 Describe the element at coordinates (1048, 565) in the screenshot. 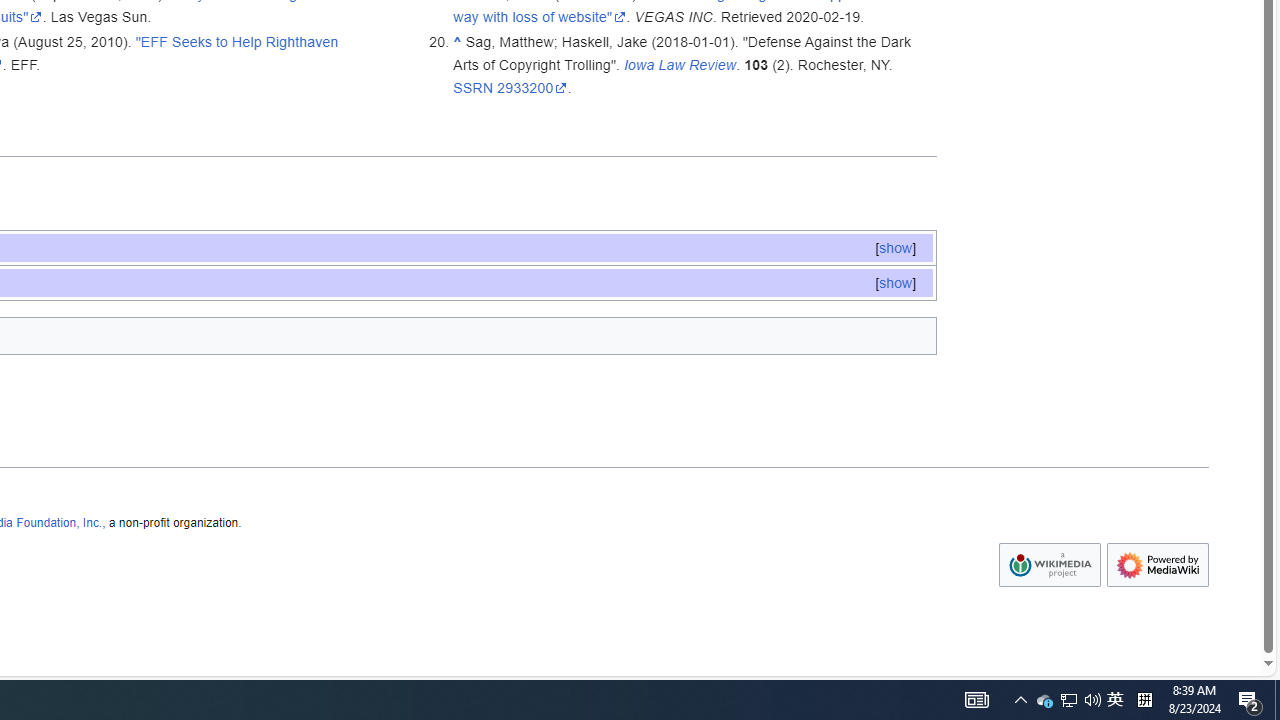

I see `'AutomationID: footer-copyrightico'` at that location.